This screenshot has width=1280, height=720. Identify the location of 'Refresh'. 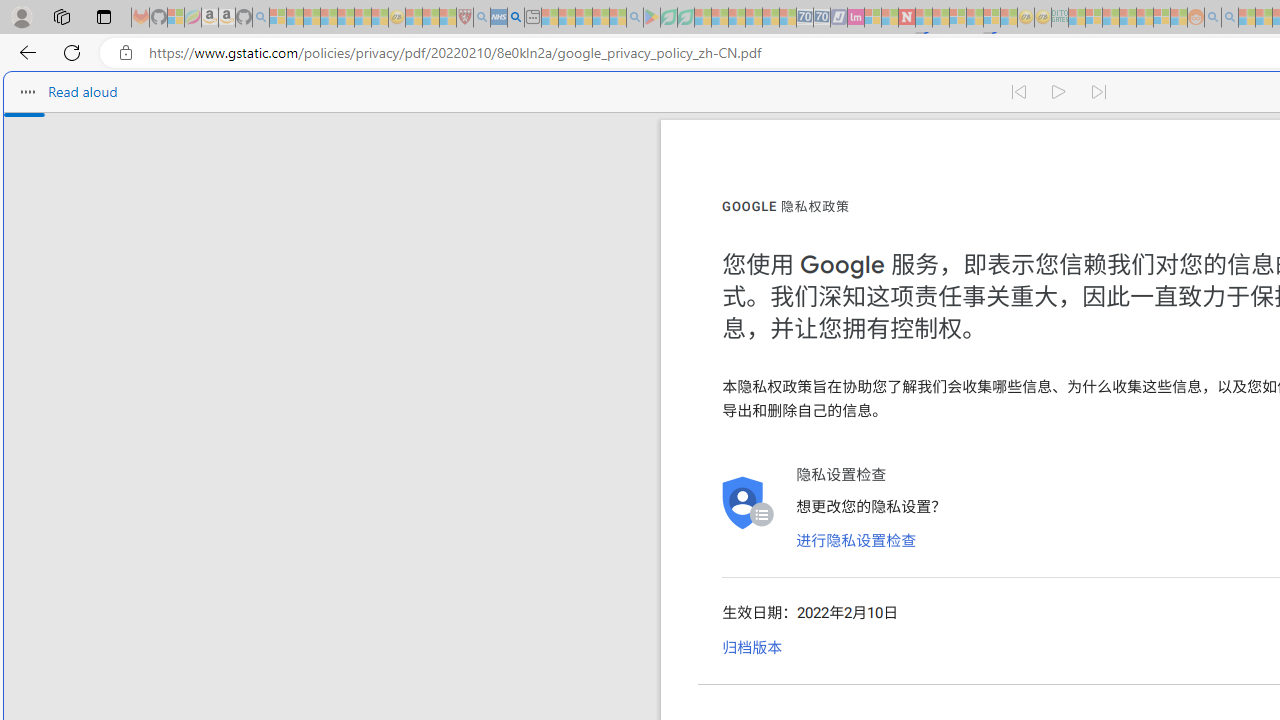
(72, 51).